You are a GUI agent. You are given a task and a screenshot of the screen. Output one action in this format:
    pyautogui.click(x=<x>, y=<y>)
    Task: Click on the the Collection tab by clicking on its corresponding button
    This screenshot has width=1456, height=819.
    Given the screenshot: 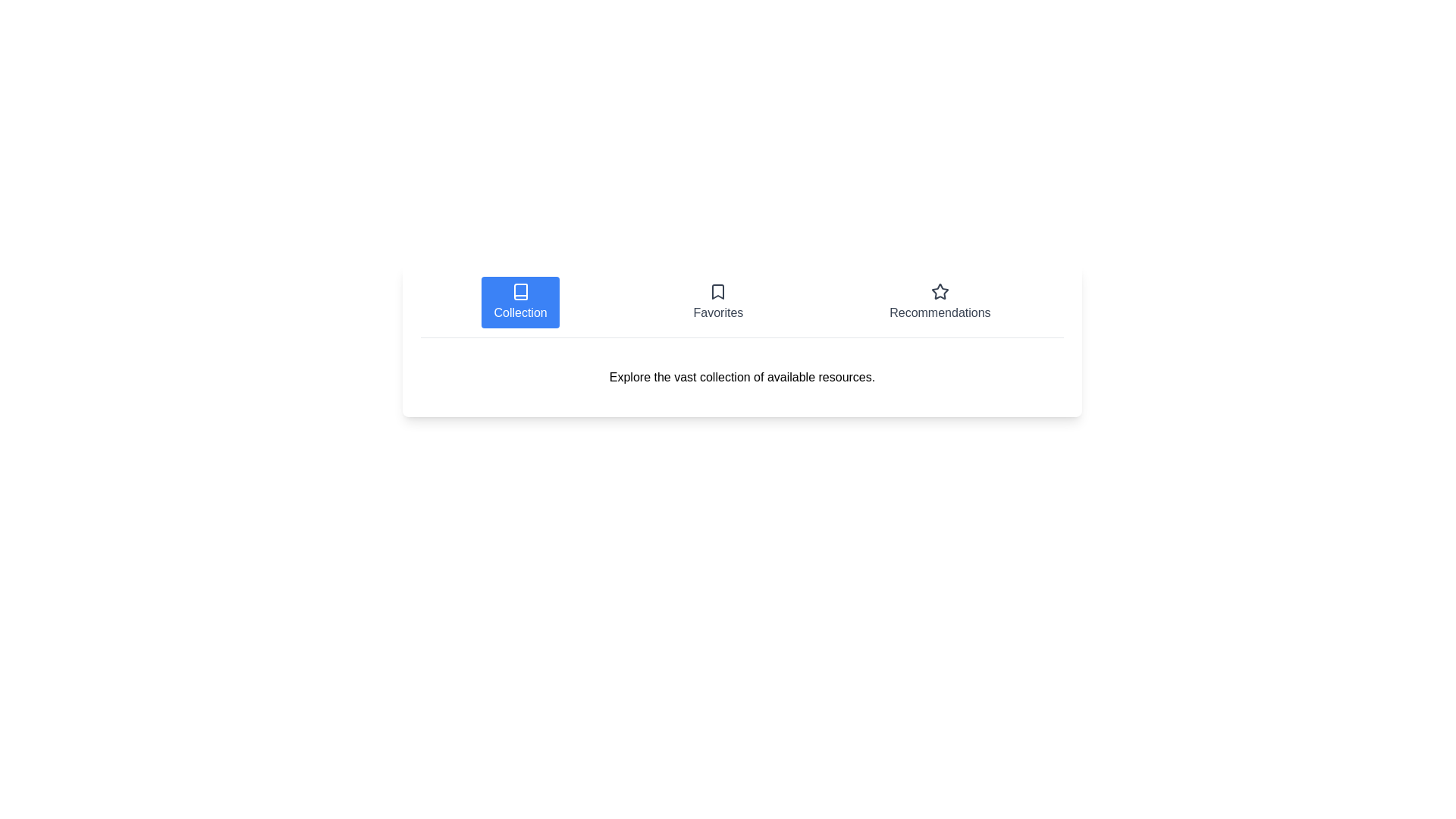 What is the action you would take?
    pyautogui.click(x=520, y=302)
    